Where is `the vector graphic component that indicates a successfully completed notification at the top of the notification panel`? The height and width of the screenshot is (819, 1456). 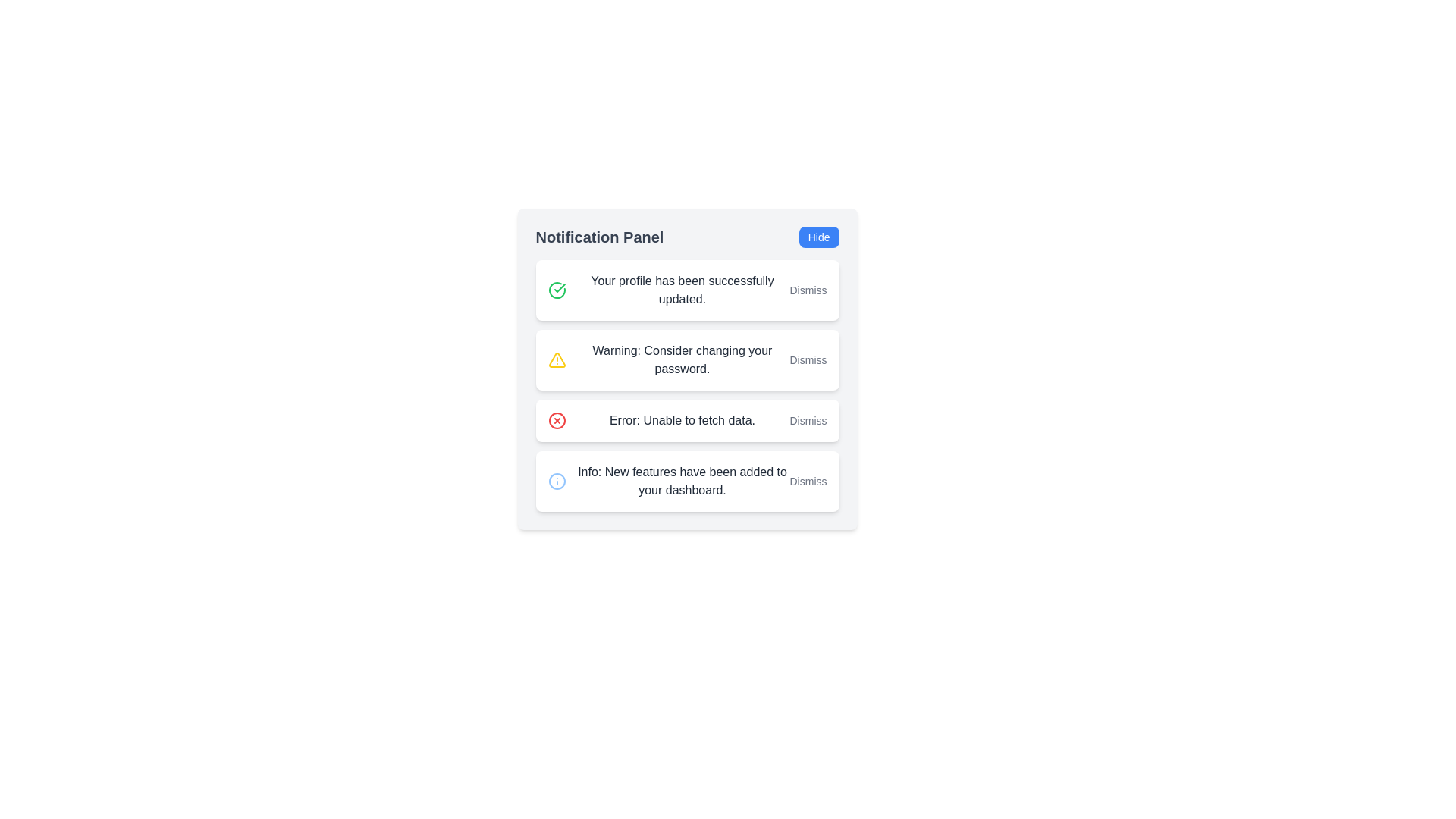
the vector graphic component that indicates a successfully completed notification at the top of the notification panel is located at coordinates (559, 288).